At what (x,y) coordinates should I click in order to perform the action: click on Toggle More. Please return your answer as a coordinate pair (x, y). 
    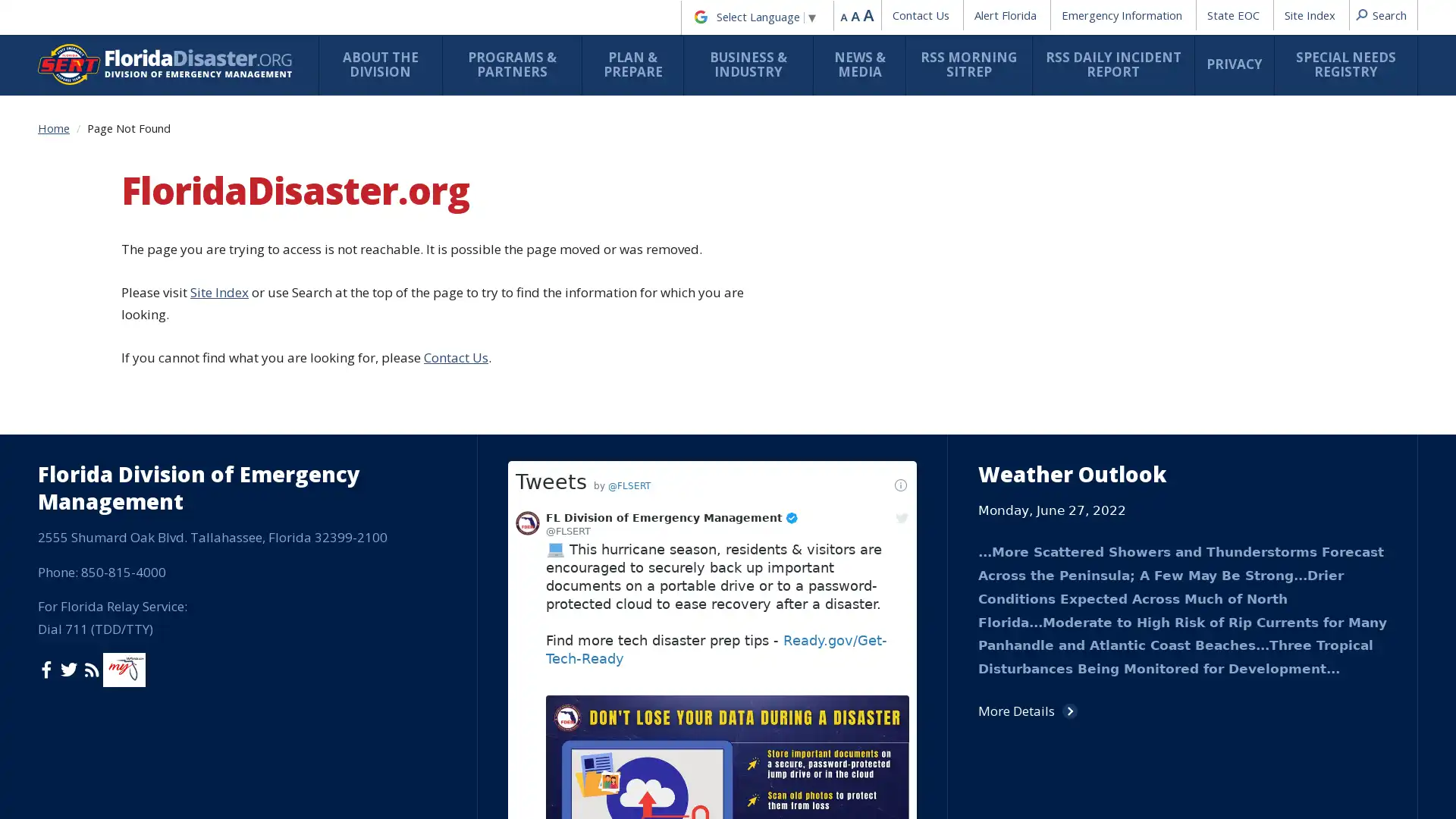
    Looking at the image, I should click on (760, 580).